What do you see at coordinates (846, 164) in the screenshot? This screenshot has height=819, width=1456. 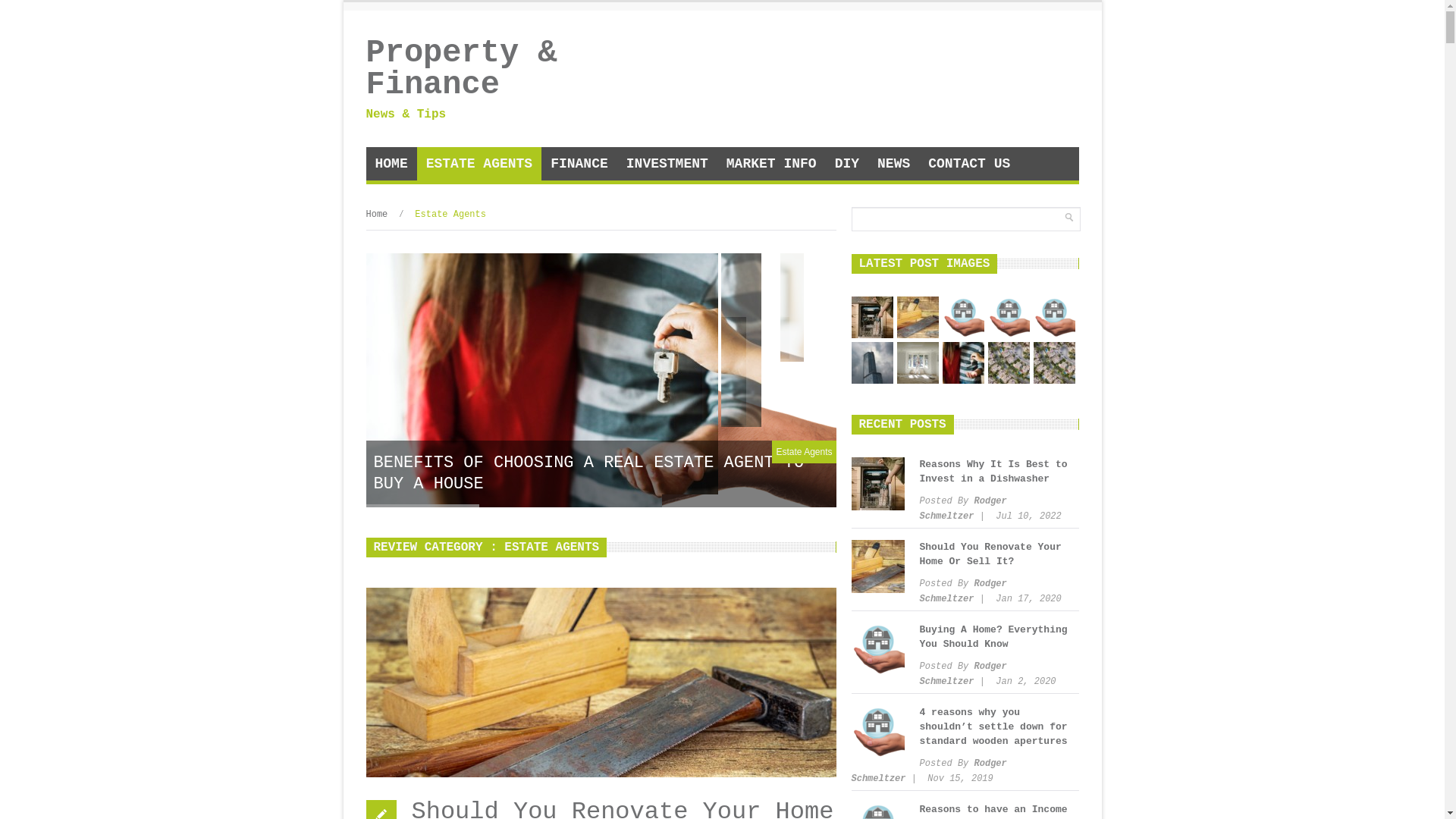 I see `'DIY'` at bounding box center [846, 164].